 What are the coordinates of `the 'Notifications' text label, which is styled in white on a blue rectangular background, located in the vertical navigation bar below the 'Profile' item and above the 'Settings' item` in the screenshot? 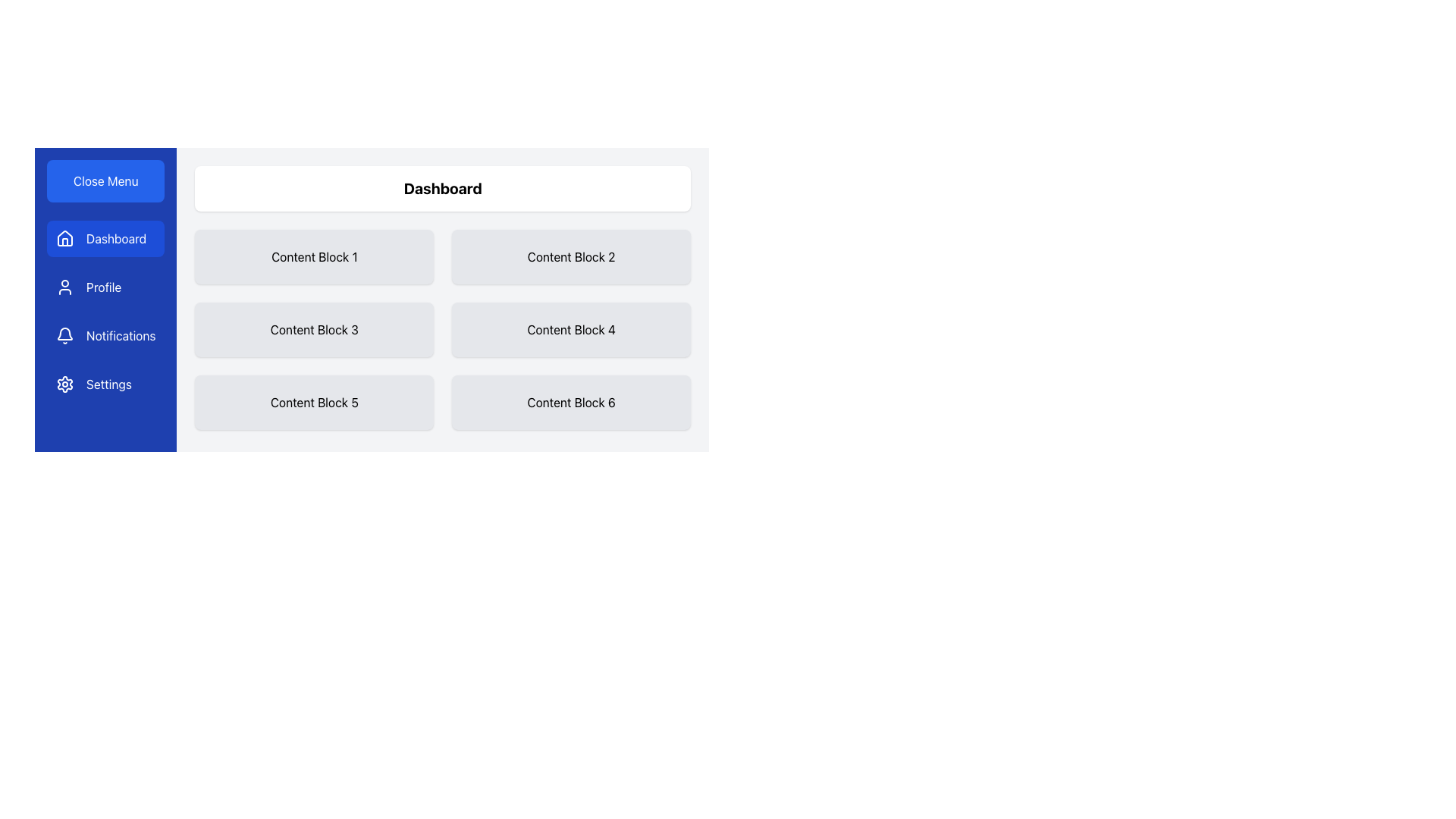 It's located at (120, 335).